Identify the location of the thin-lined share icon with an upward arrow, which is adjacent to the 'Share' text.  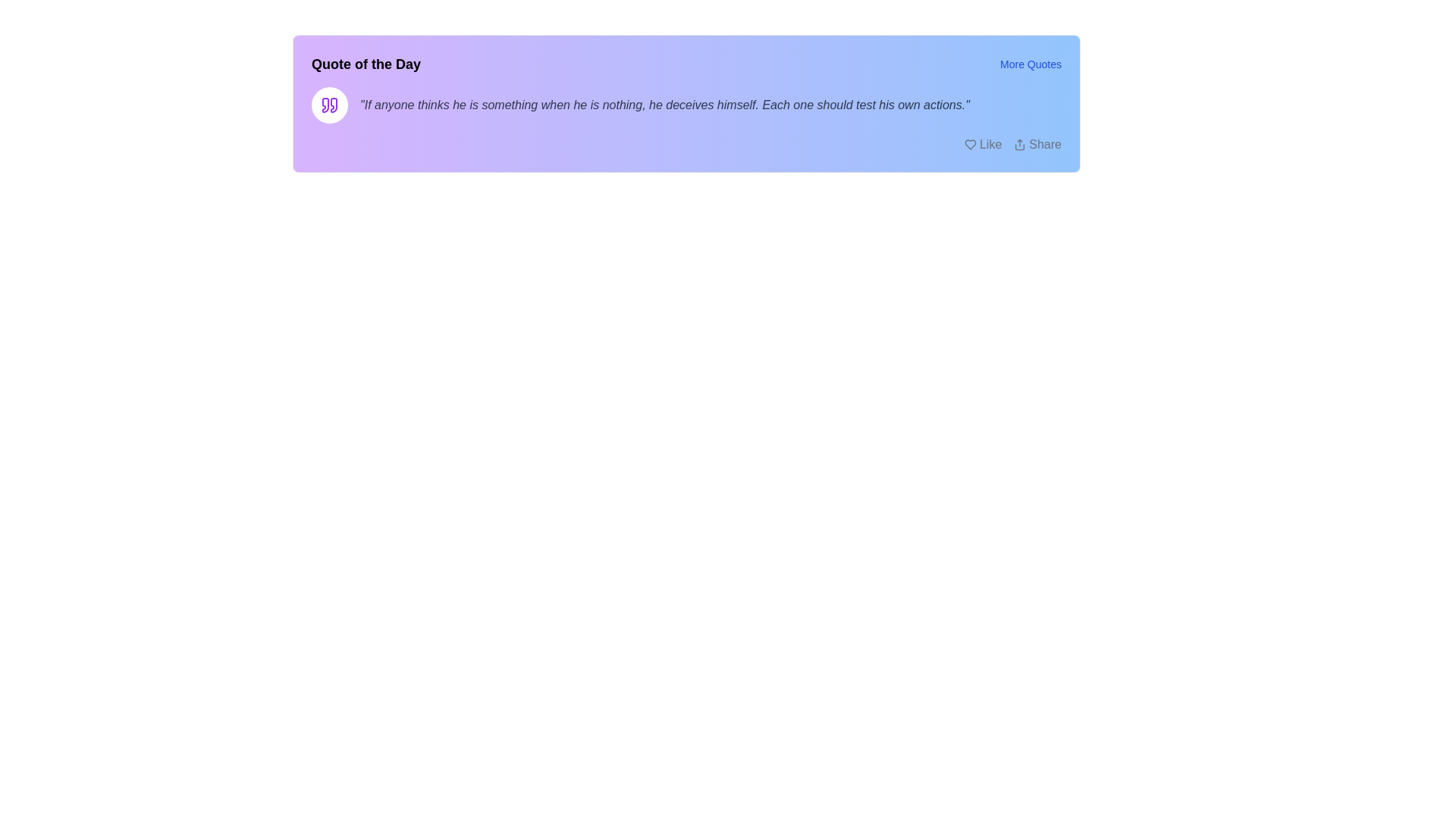
(1020, 145).